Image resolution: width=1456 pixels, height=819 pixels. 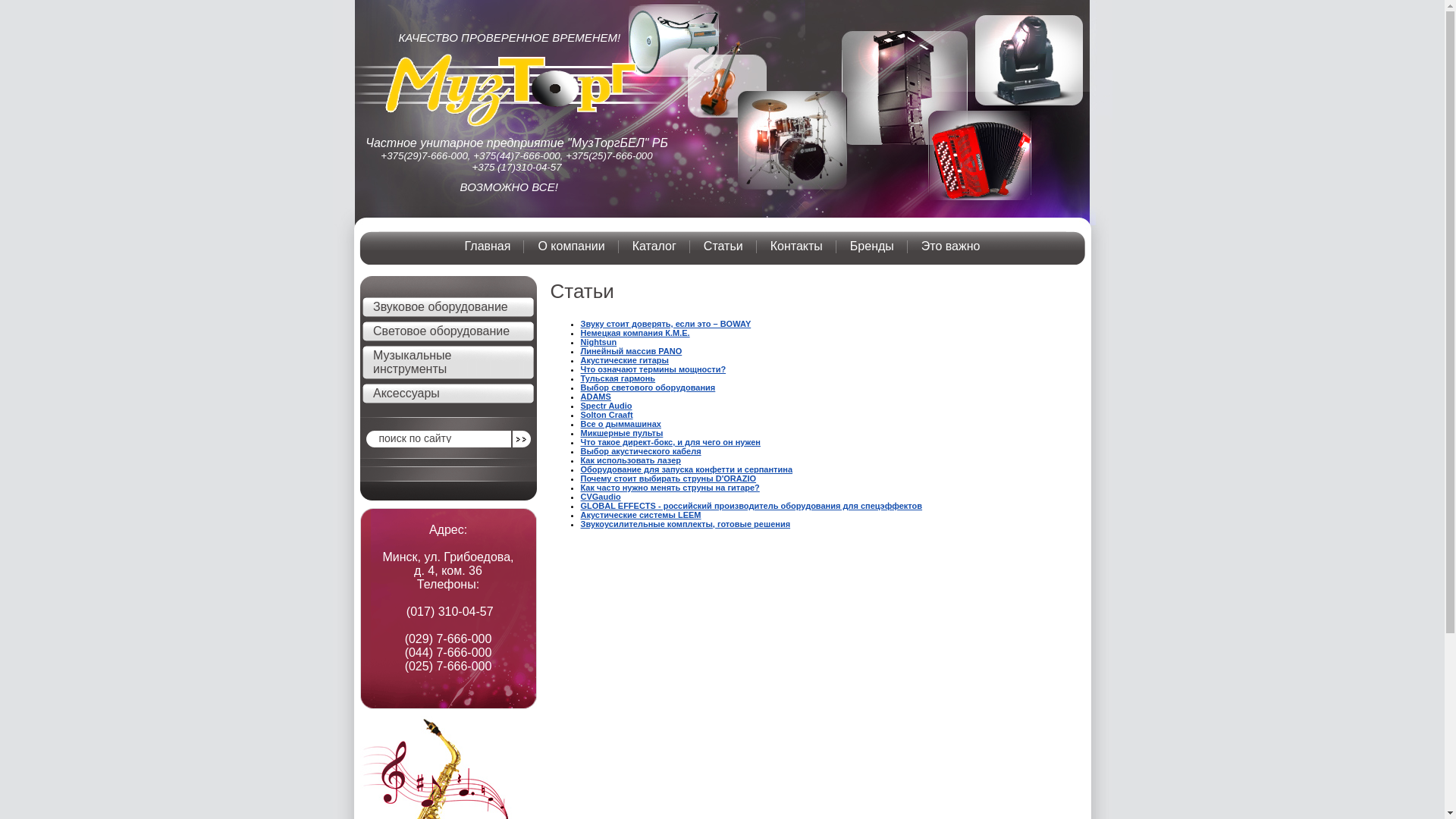 I want to click on 'Nightsun', so click(x=598, y=342).